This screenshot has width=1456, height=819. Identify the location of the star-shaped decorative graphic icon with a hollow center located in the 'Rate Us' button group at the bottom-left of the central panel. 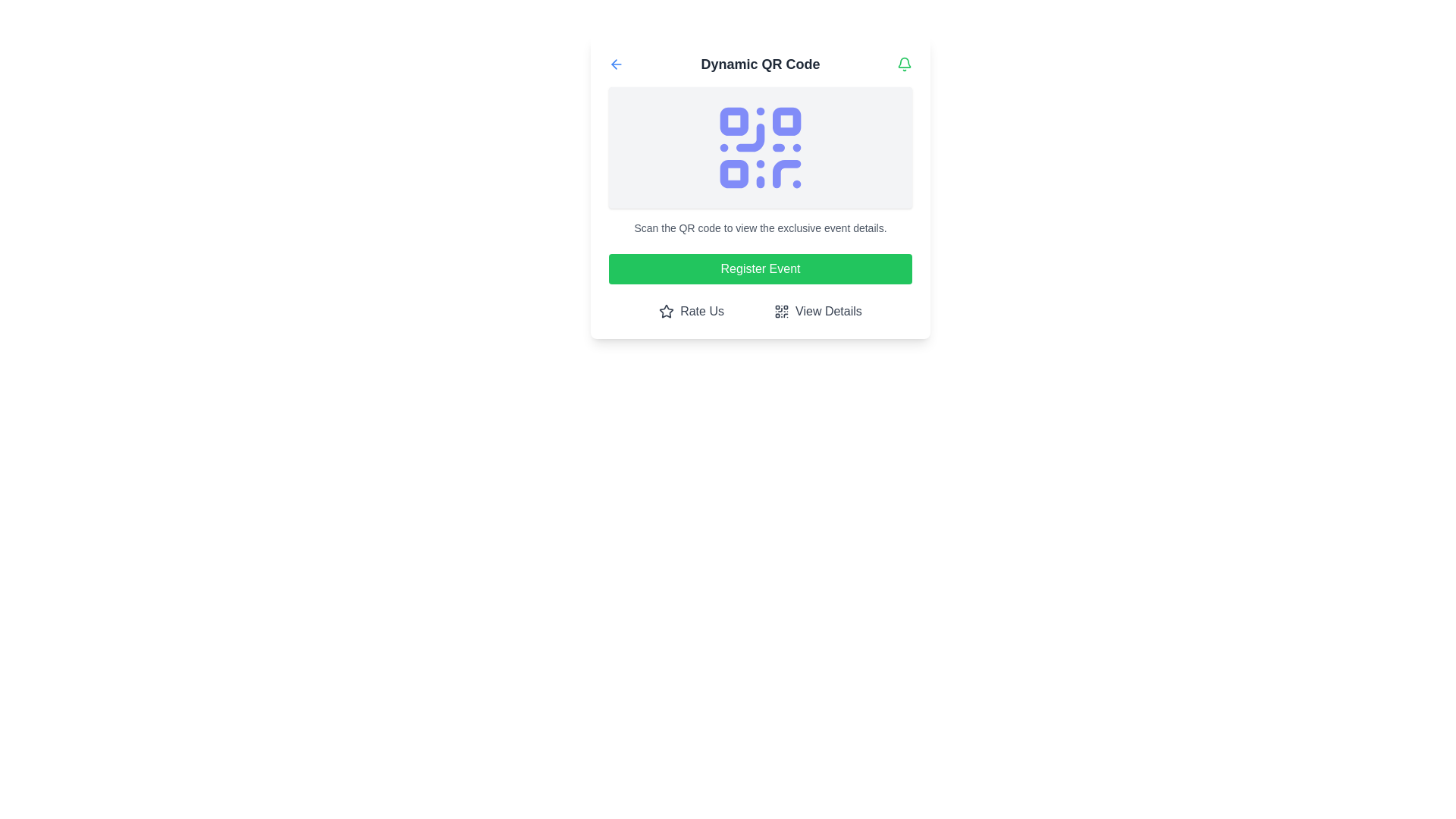
(667, 311).